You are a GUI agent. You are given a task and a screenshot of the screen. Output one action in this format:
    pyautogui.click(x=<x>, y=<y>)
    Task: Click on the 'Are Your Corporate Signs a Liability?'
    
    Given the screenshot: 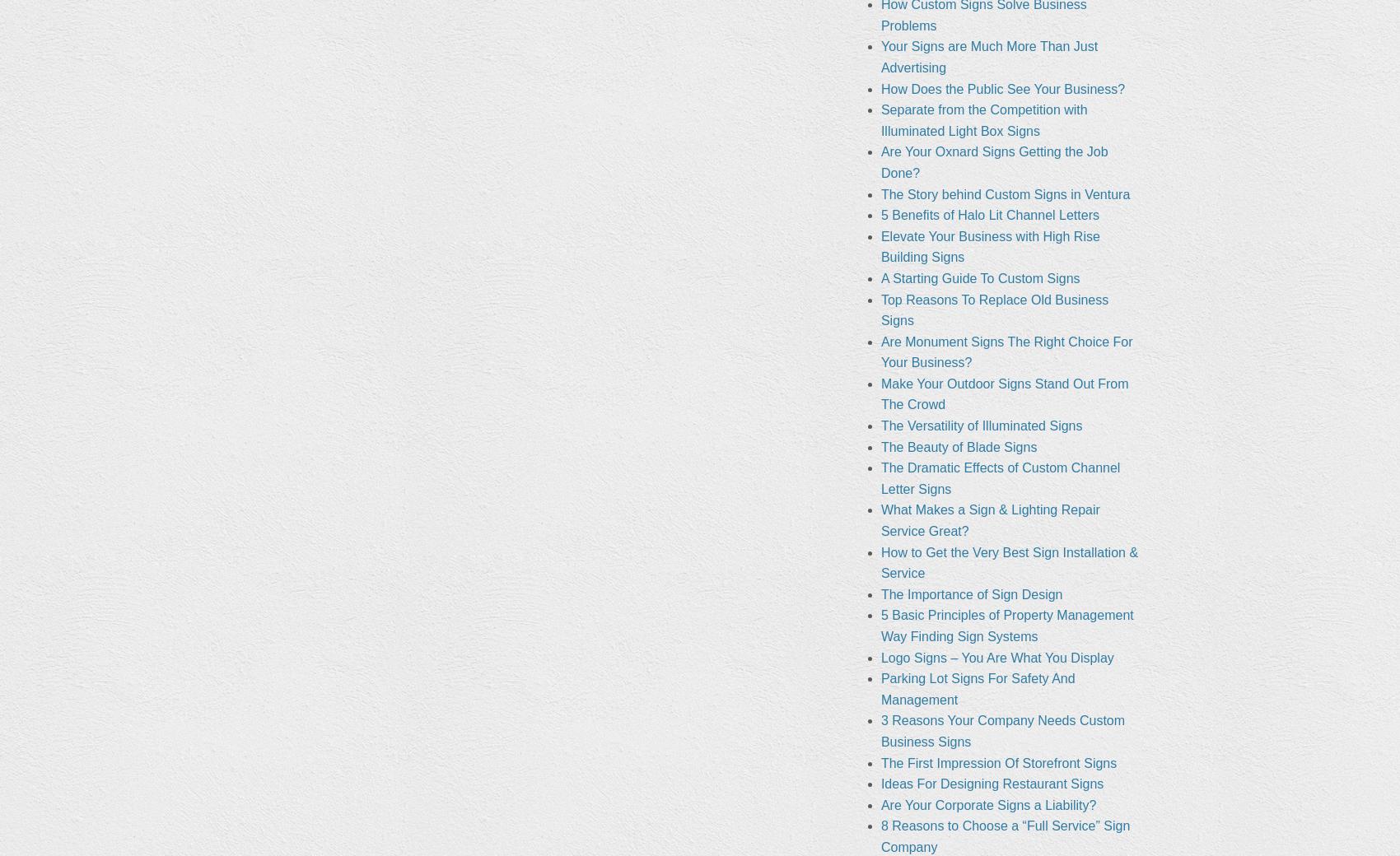 What is the action you would take?
    pyautogui.click(x=987, y=804)
    